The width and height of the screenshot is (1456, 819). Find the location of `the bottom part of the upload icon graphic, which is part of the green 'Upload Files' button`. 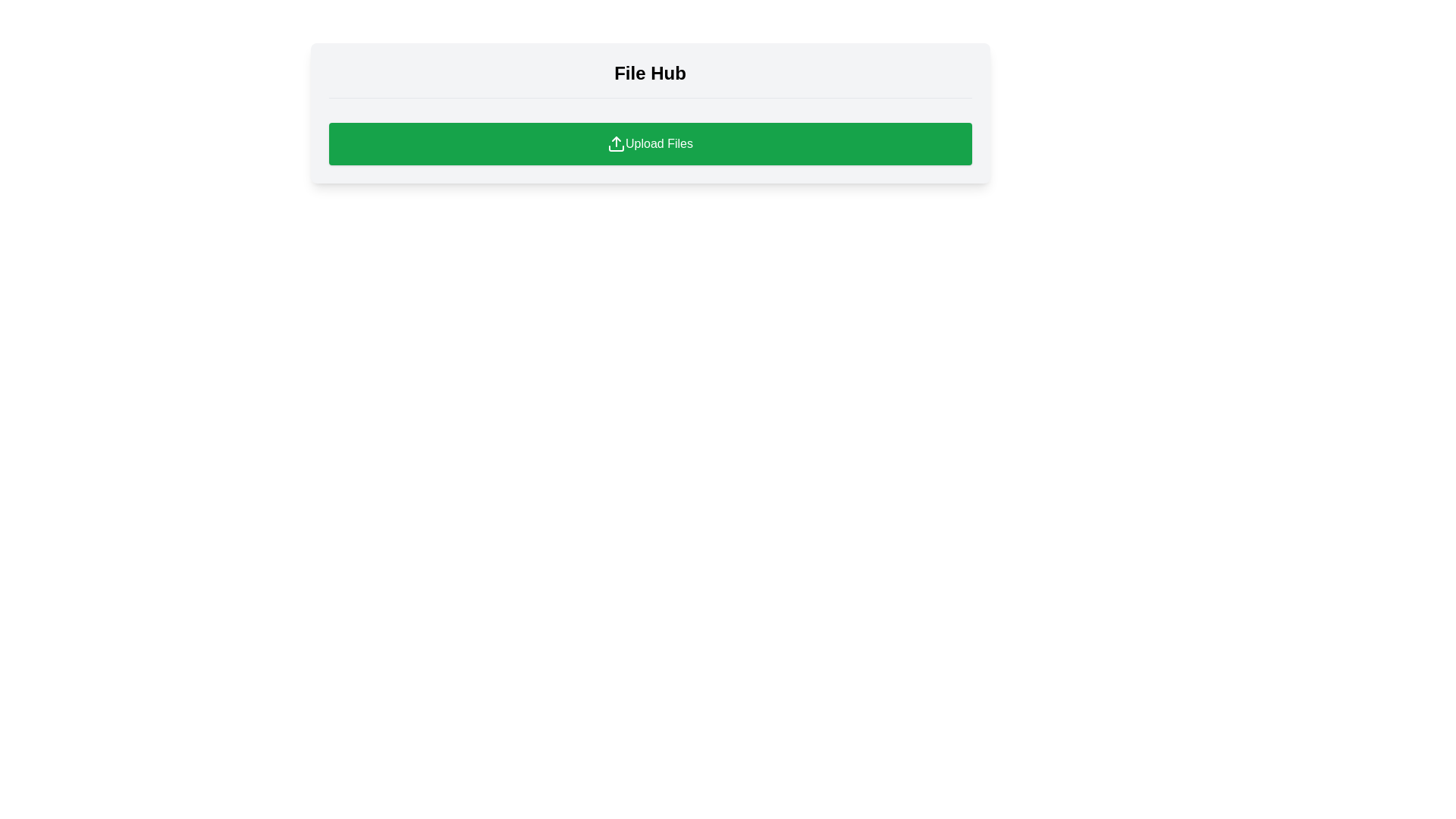

the bottom part of the upload icon graphic, which is part of the green 'Upload Files' button is located at coordinates (617, 149).